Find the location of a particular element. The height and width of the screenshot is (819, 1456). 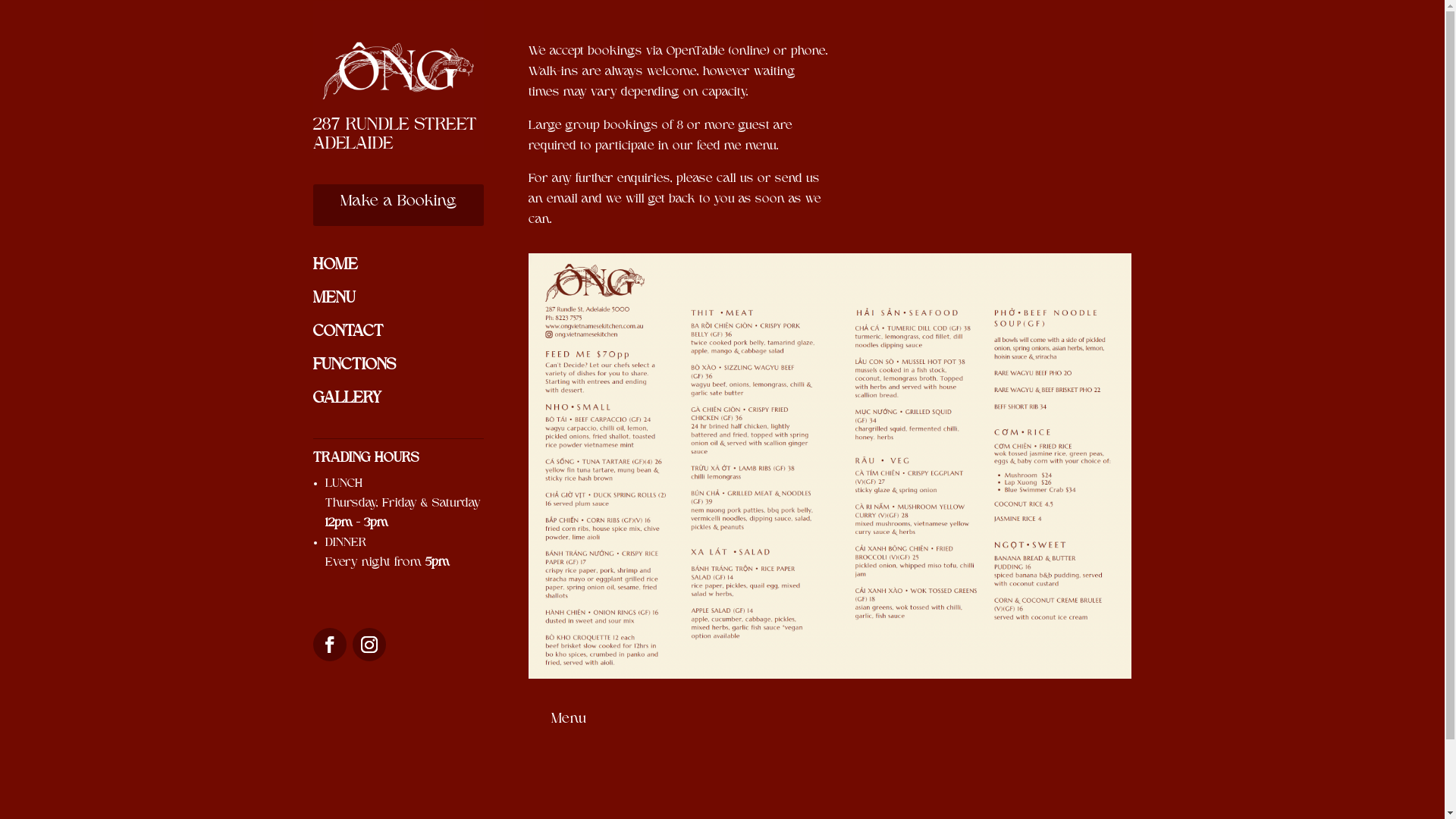

'Follow on Instagram' is located at coordinates (368, 644).